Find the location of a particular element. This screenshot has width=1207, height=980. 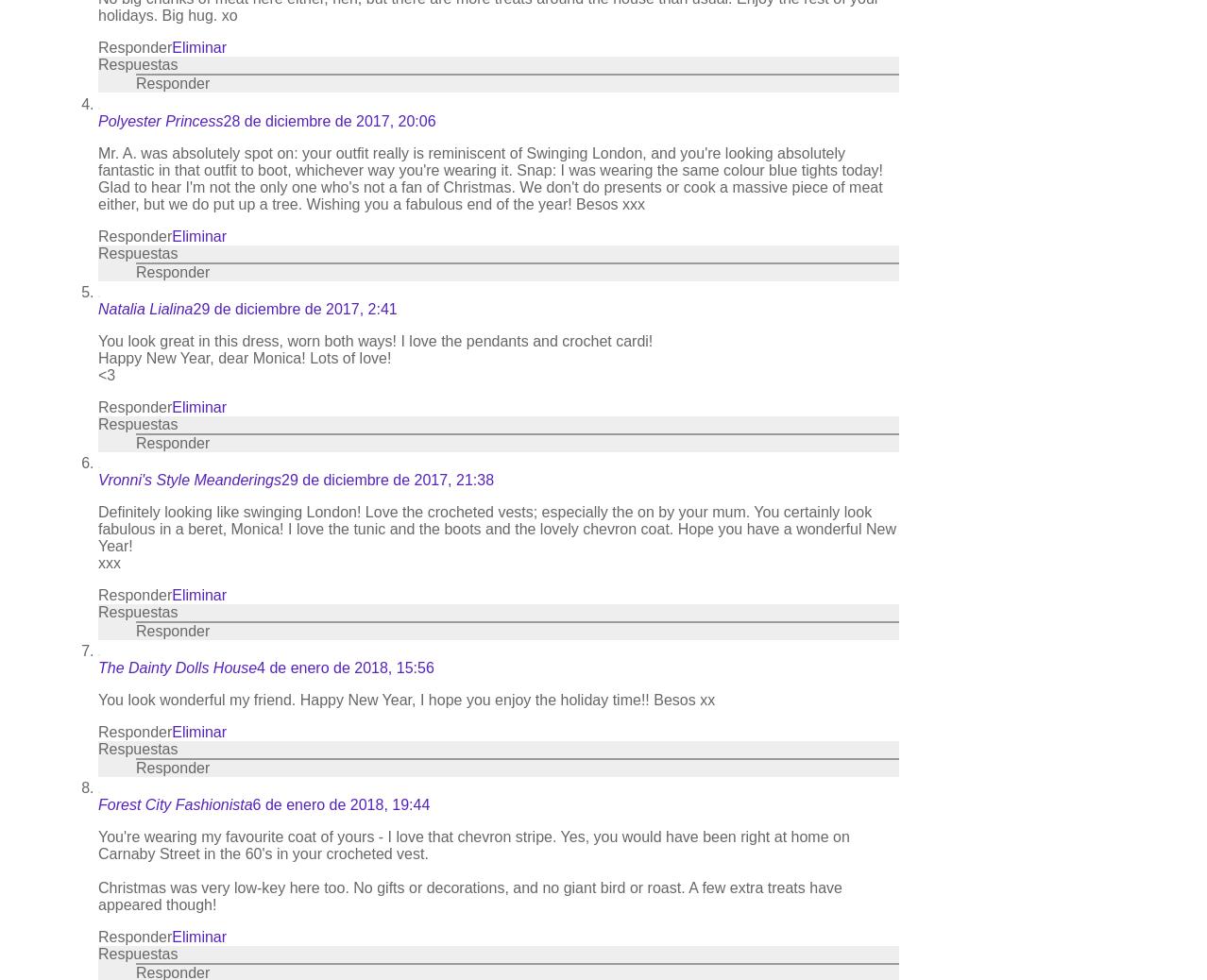

'The Dainty Dolls House' is located at coordinates (177, 667).